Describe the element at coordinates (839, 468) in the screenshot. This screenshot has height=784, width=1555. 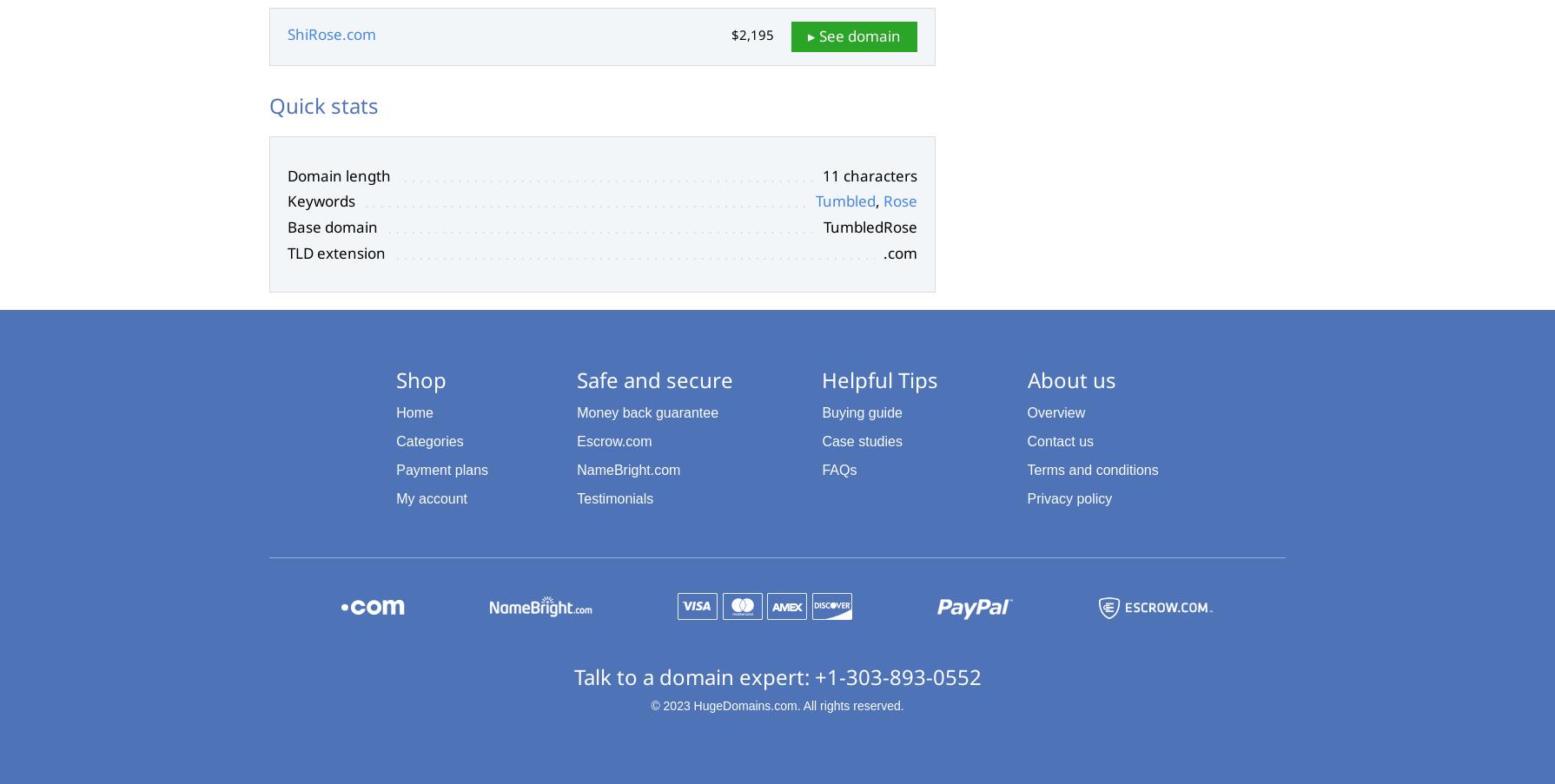
I see `'FAQs'` at that location.